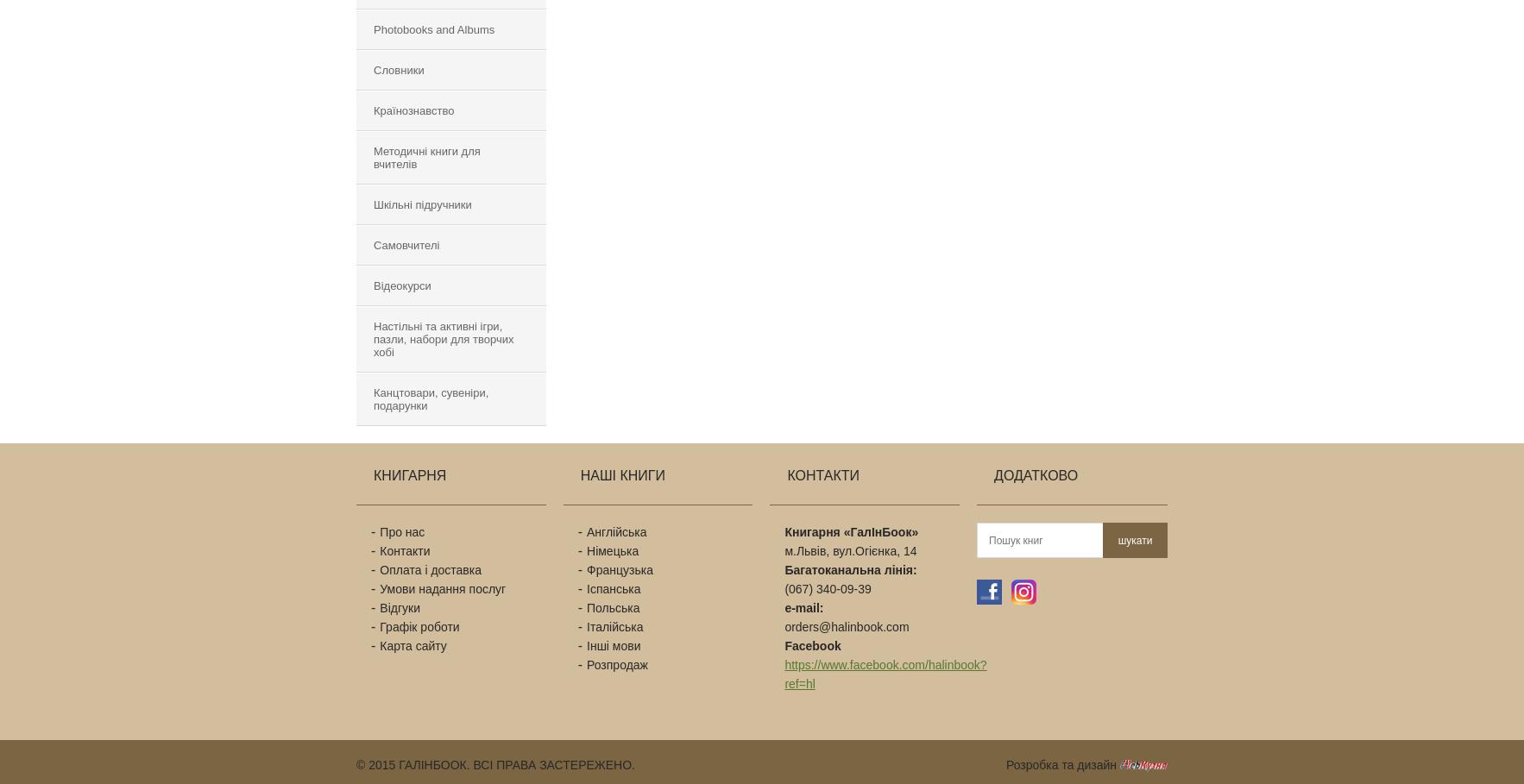 The height and width of the screenshot is (784, 1524). What do you see at coordinates (494, 765) in the screenshot?
I see `'© 2015 ГалІнБоок. Всі права застережено.'` at bounding box center [494, 765].